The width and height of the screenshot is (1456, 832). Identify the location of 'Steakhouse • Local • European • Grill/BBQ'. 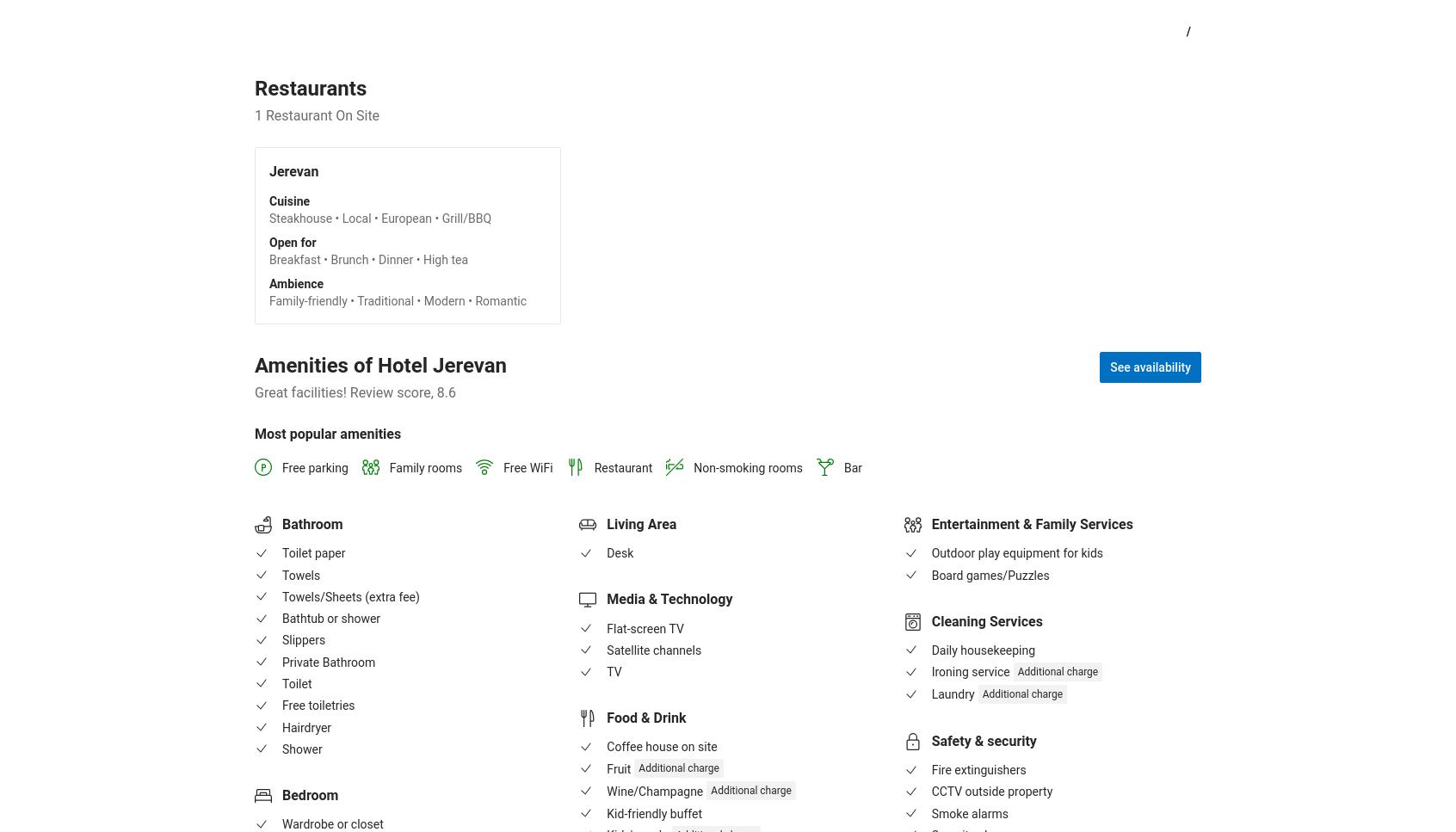
(379, 217).